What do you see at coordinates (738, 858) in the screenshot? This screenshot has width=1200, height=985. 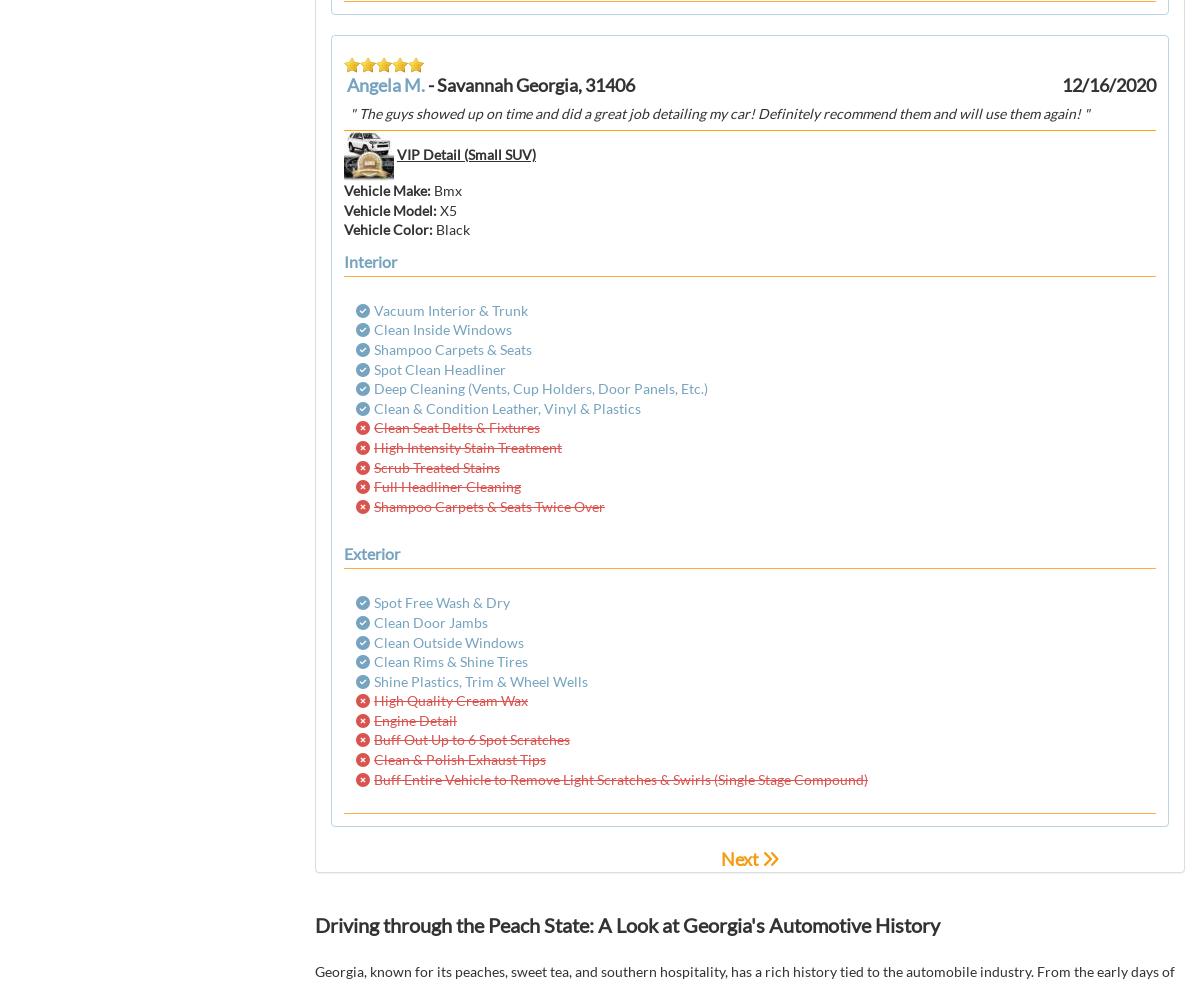 I see `'Next'` at bounding box center [738, 858].